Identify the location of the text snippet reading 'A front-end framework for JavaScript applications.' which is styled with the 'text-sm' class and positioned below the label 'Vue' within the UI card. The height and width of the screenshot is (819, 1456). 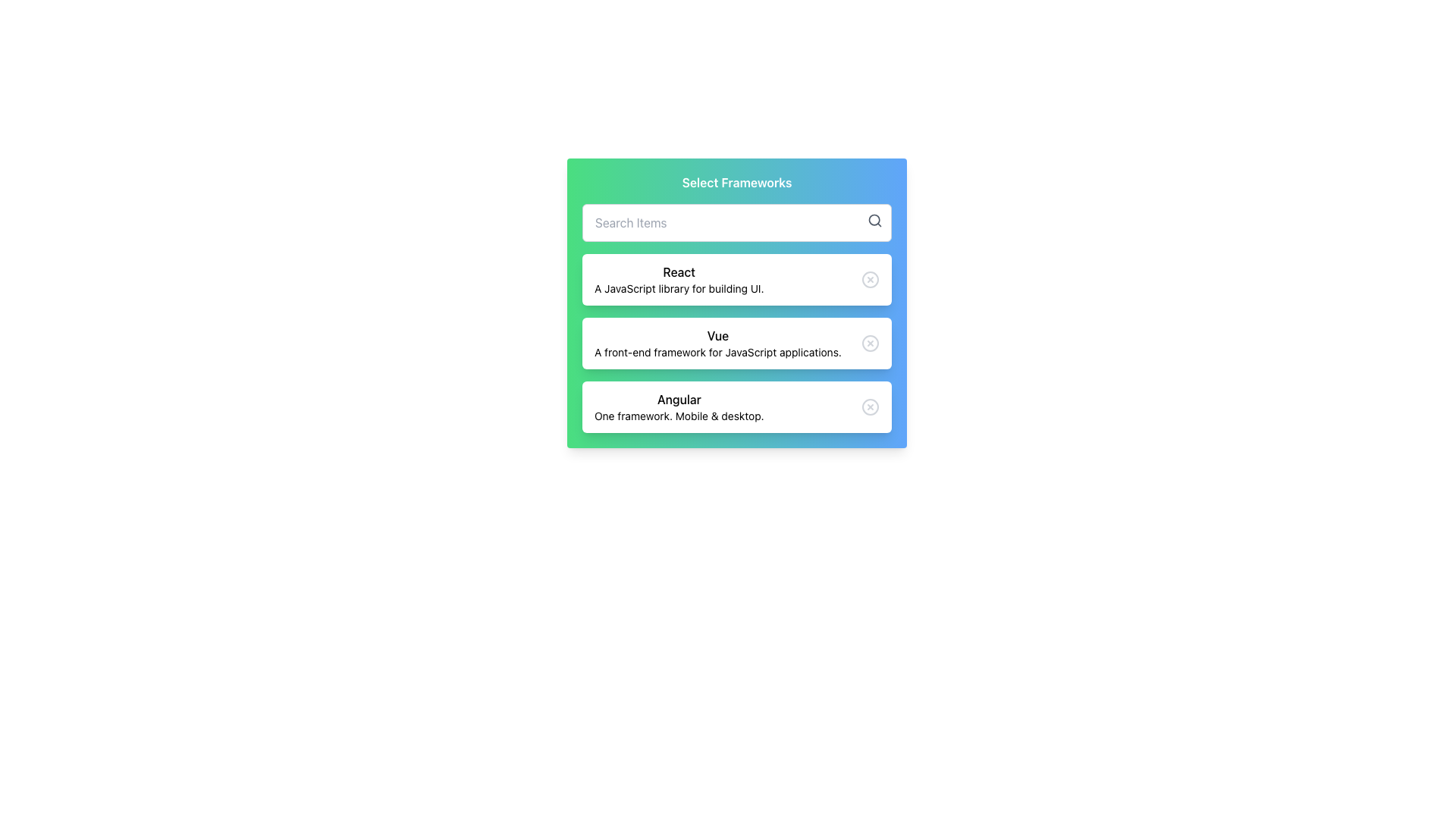
(717, 353).